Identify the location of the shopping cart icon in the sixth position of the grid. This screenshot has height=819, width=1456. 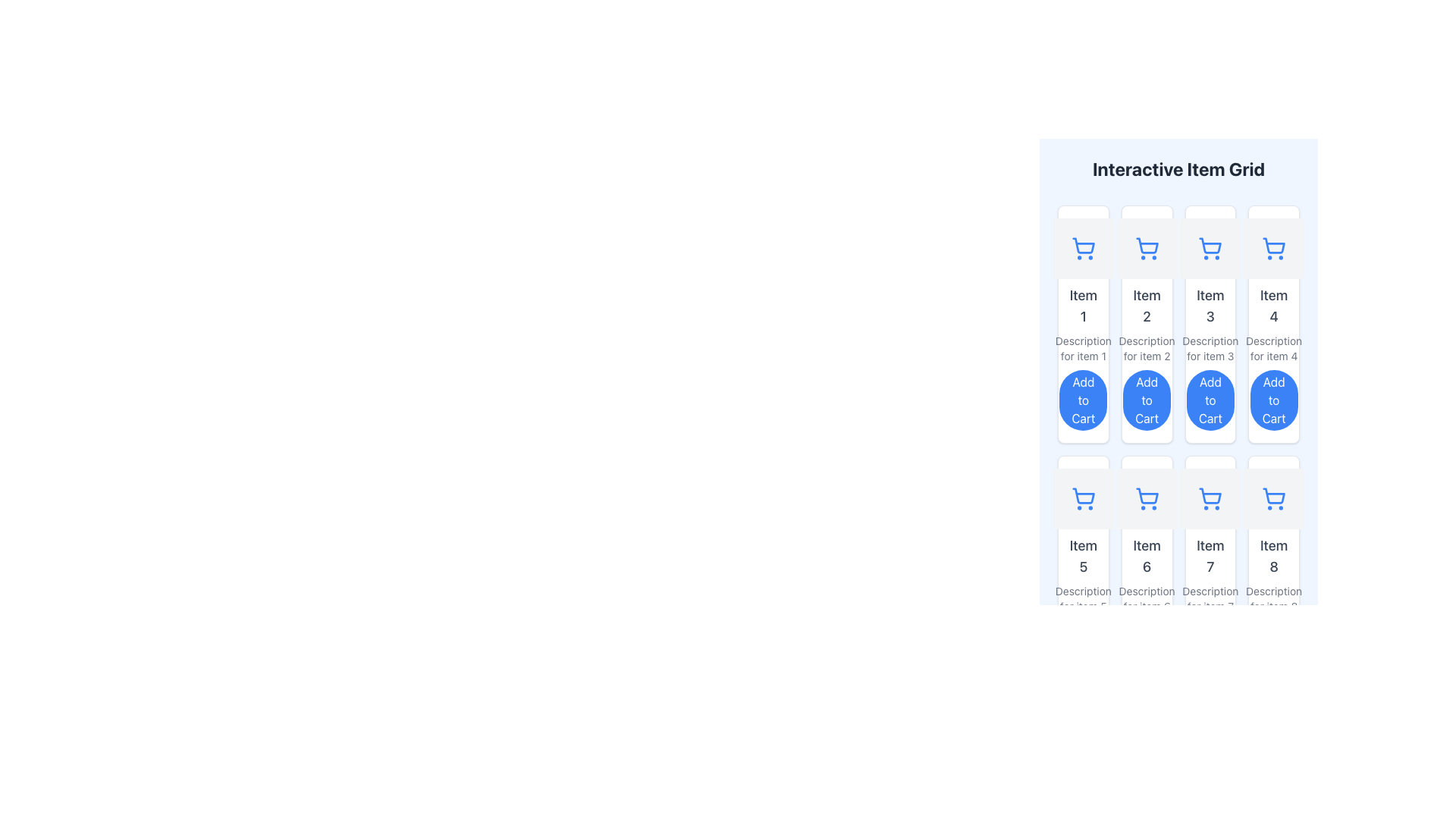
(1147, 499).